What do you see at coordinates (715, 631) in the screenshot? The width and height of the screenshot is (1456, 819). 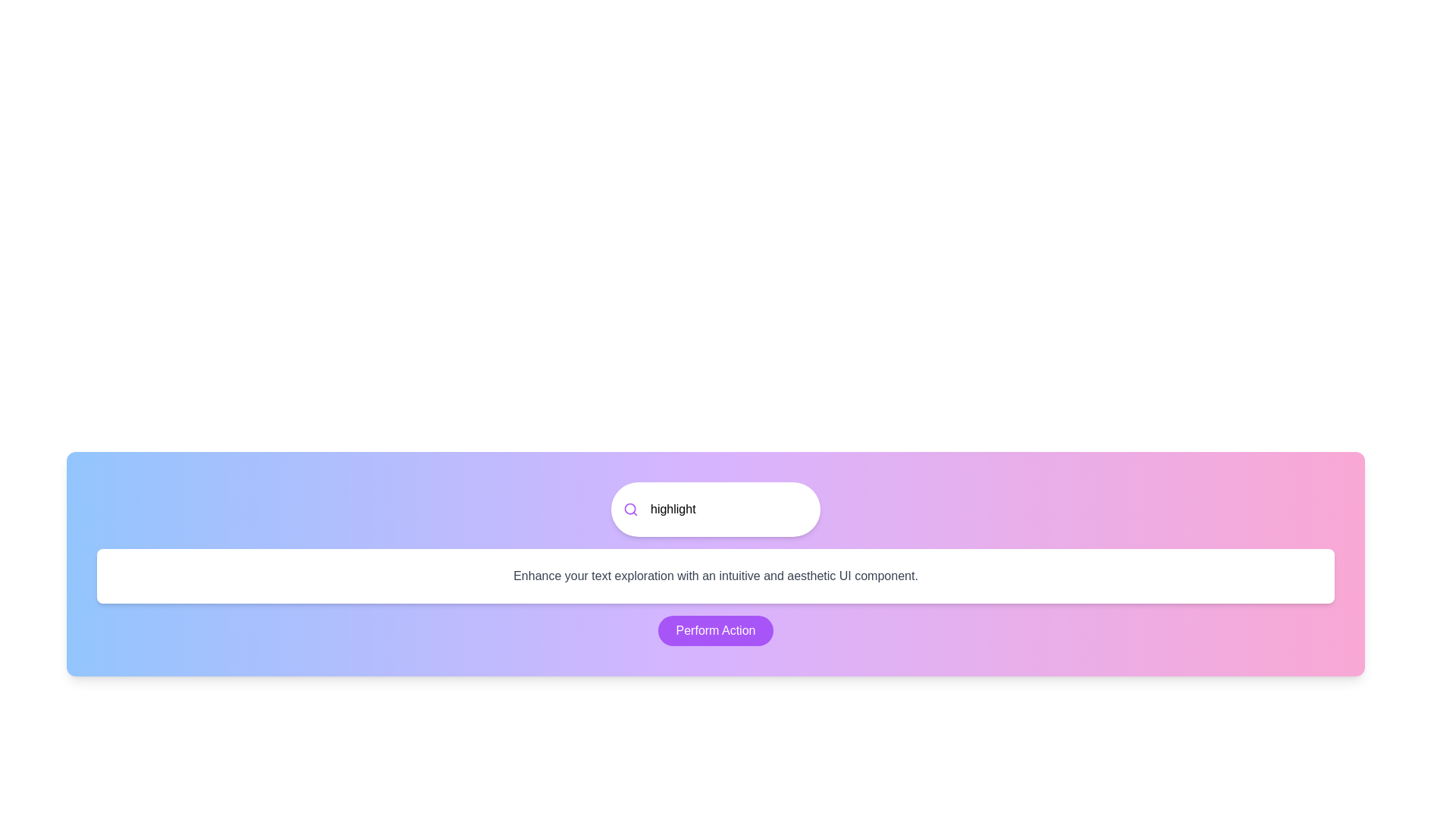 I see `the confirmation button located centrally below the text input field` at bounding box center [715, 631].